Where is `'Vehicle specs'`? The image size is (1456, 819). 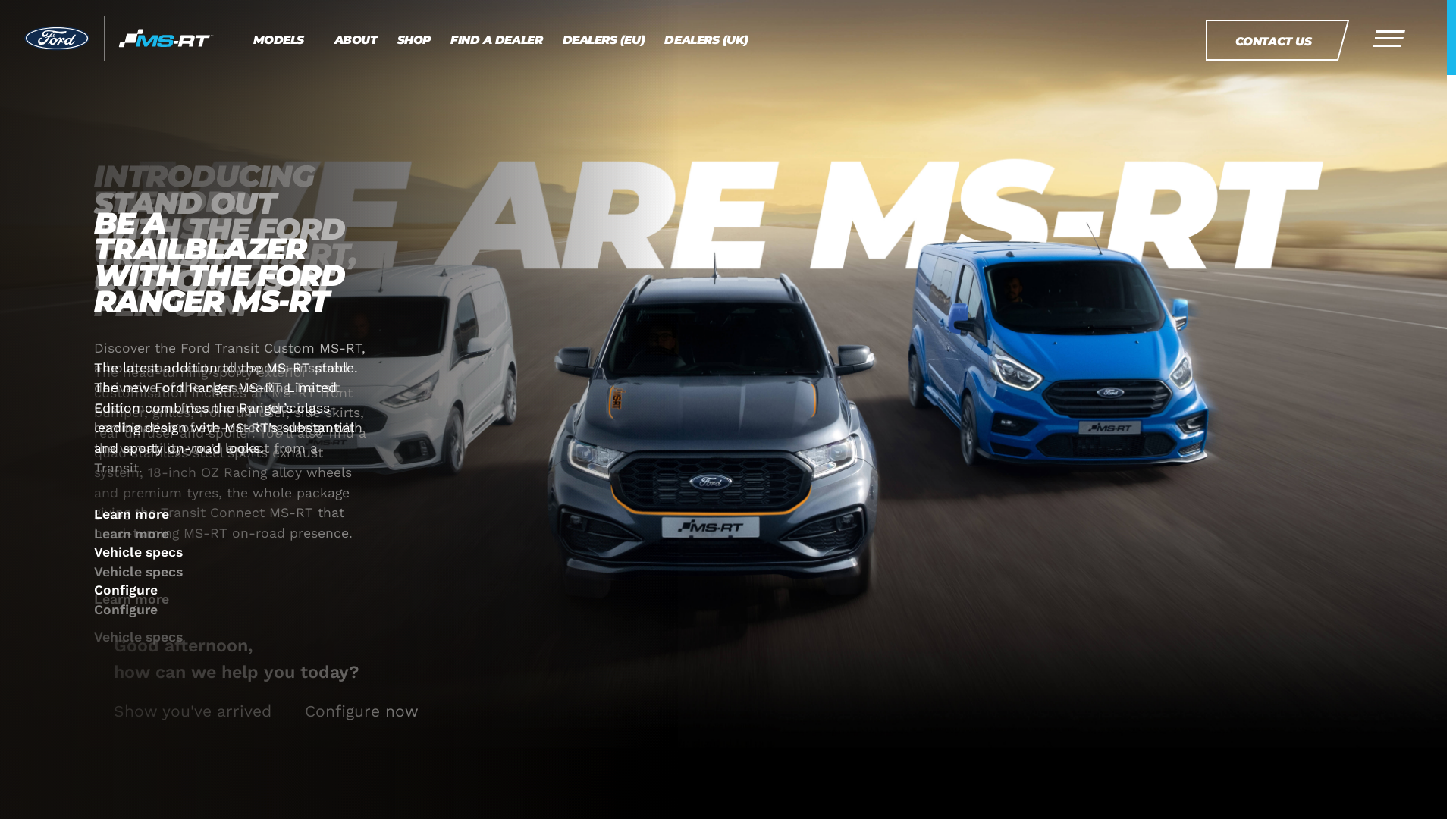 'Vehicle specs' is located at coordinates (138, 571).